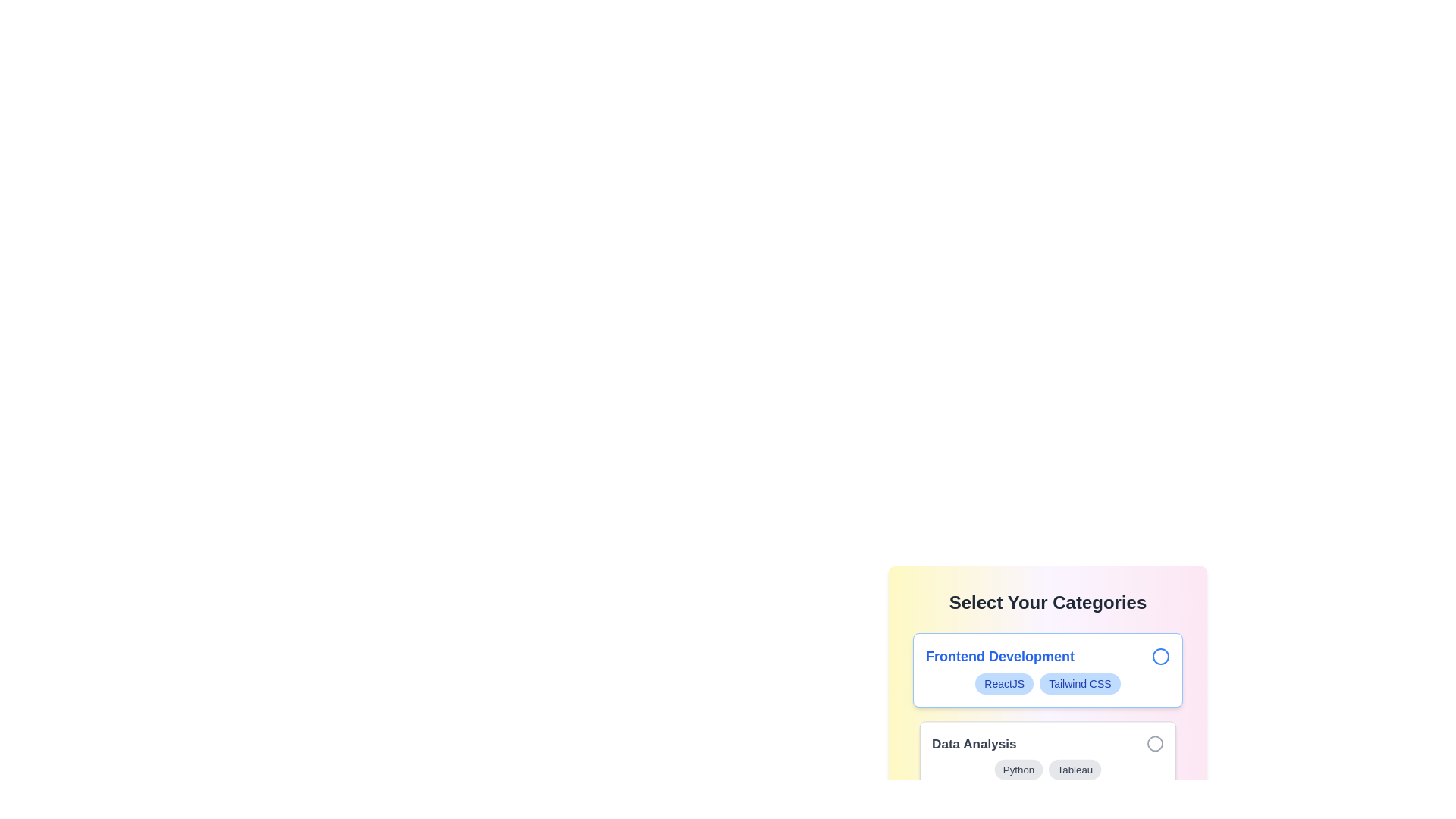  I want to click on the chip labeled 'Frontend Development' to inspect its associated tags, so click(1047, 669).